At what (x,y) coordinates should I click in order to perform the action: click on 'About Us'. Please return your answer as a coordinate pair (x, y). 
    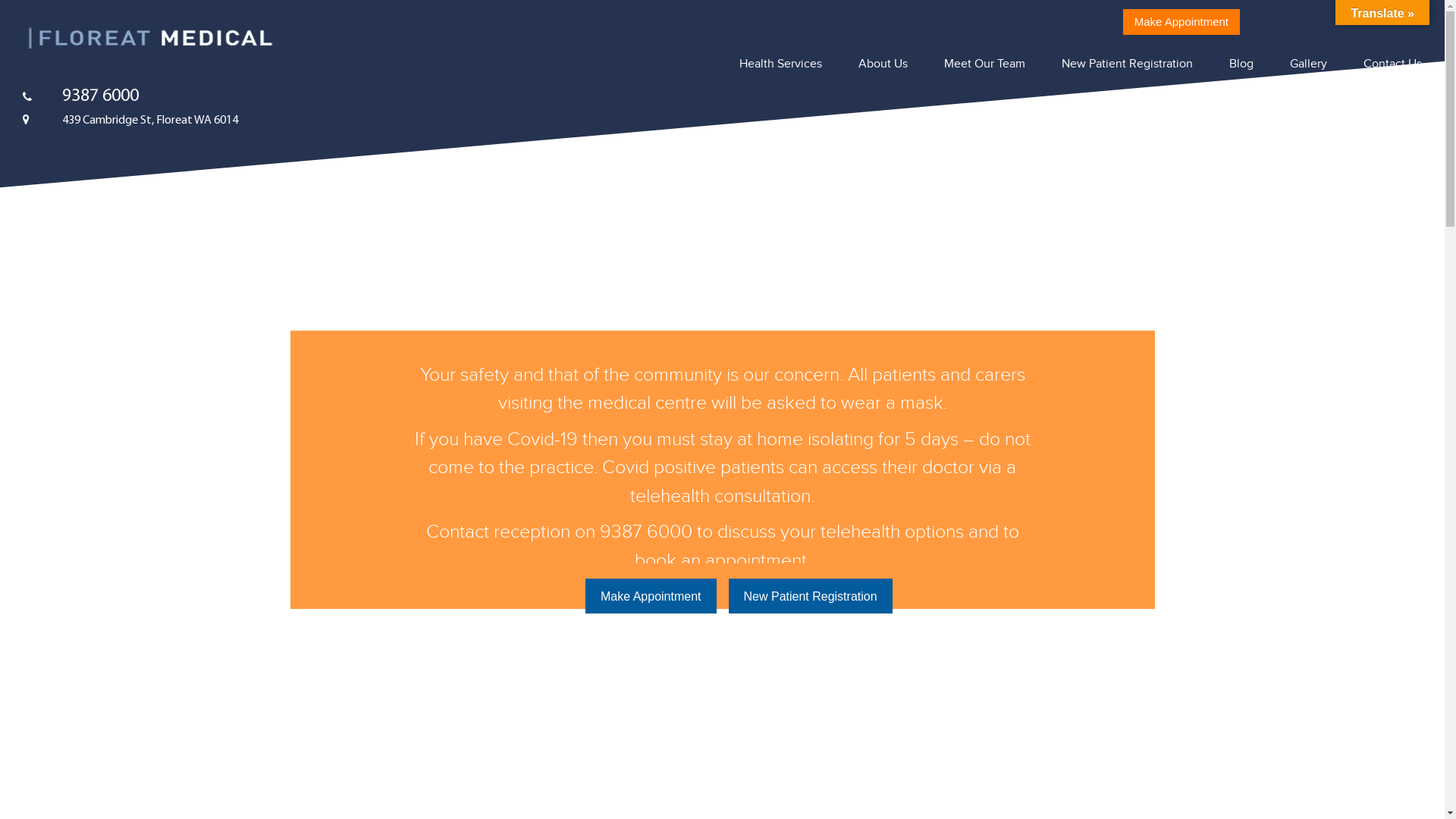
    Looking at the image, I should click on (883, 63).